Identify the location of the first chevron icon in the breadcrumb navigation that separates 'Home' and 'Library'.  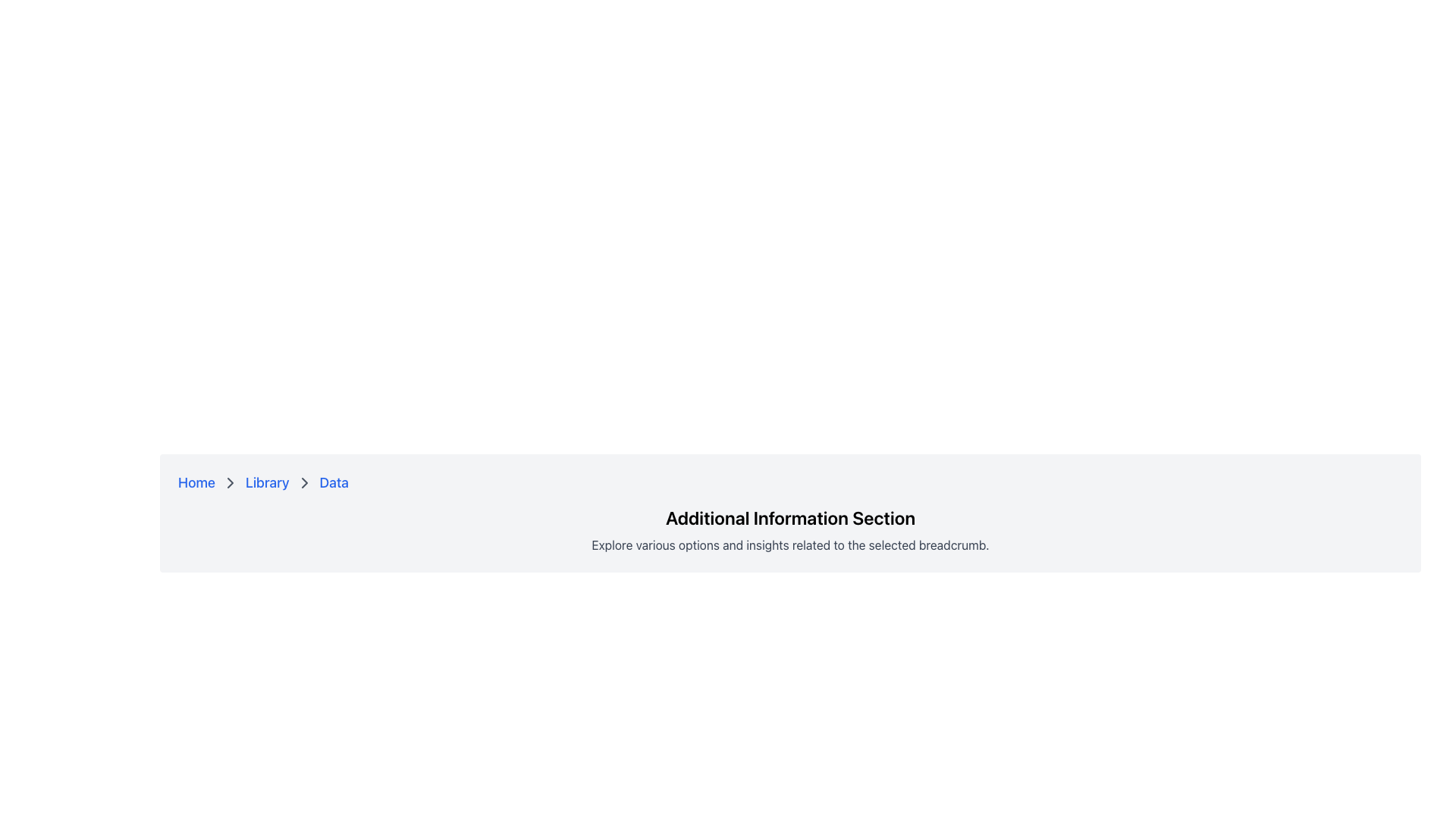
(229, 482).